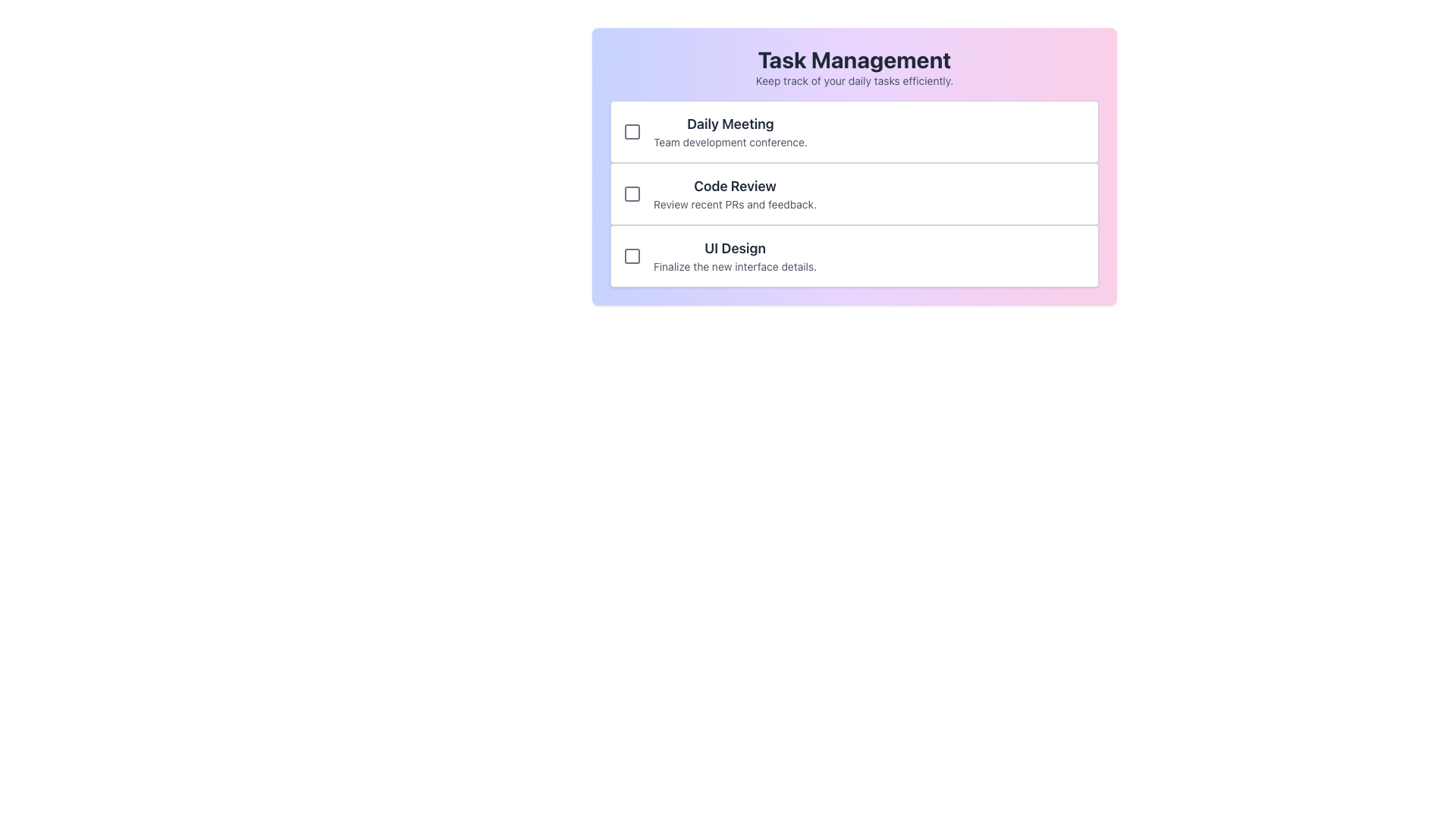  What do you see at coordinates (735, 186) in the screenshot?
I see `the bold 'Code Review' text label, which is prominently displayed in dark gray within the 'Task Management' section of the vertical list` at bounding box center [735, 186].